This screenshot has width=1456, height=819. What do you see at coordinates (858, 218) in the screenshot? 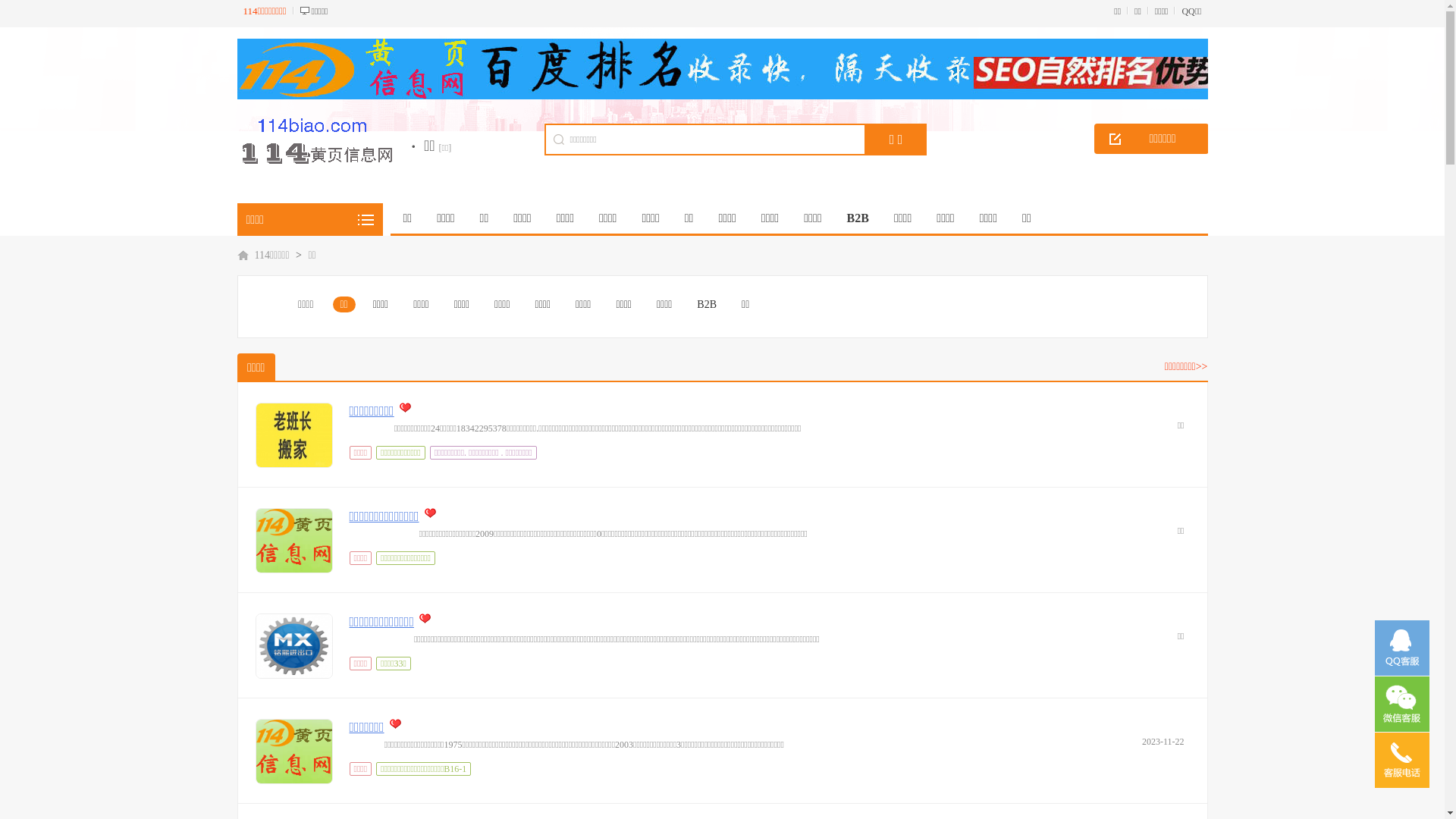
I see `'B2B'` at bounding box center [858, 218].